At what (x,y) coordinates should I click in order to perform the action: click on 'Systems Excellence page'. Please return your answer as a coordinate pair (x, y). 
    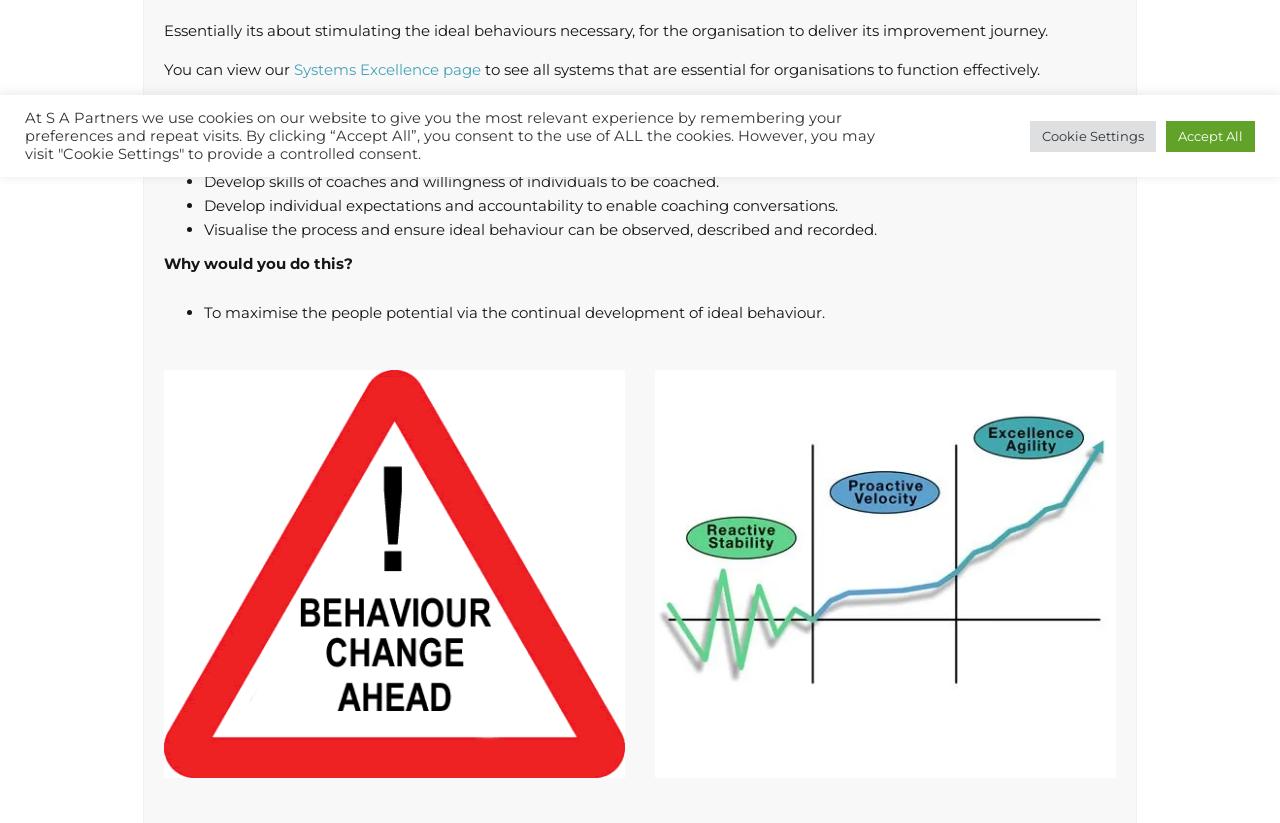
    Looking at the image, I should click on (387, 69).